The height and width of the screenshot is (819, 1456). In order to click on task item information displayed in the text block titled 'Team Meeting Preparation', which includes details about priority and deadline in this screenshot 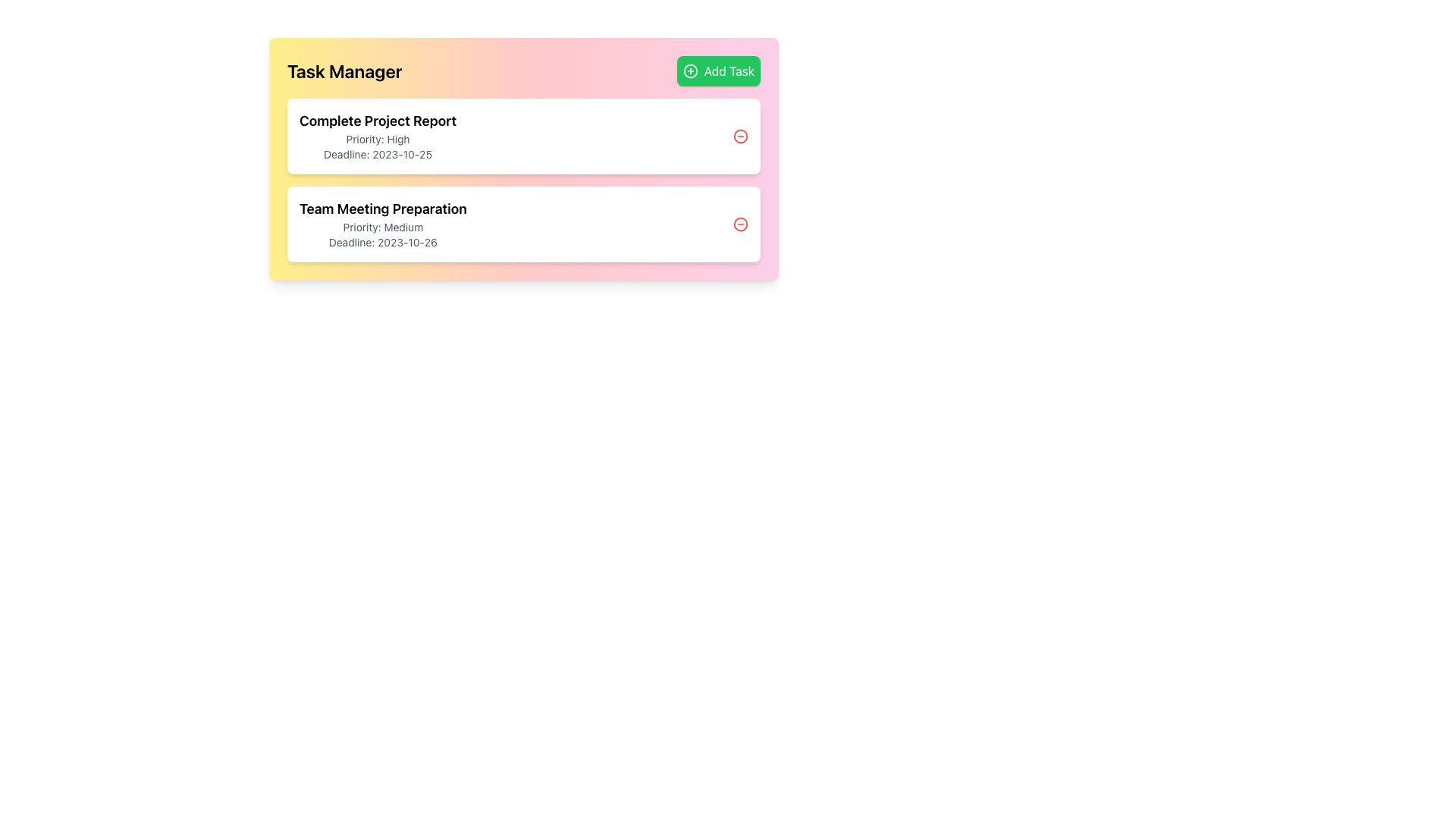, I will do `click(383, 224)`.